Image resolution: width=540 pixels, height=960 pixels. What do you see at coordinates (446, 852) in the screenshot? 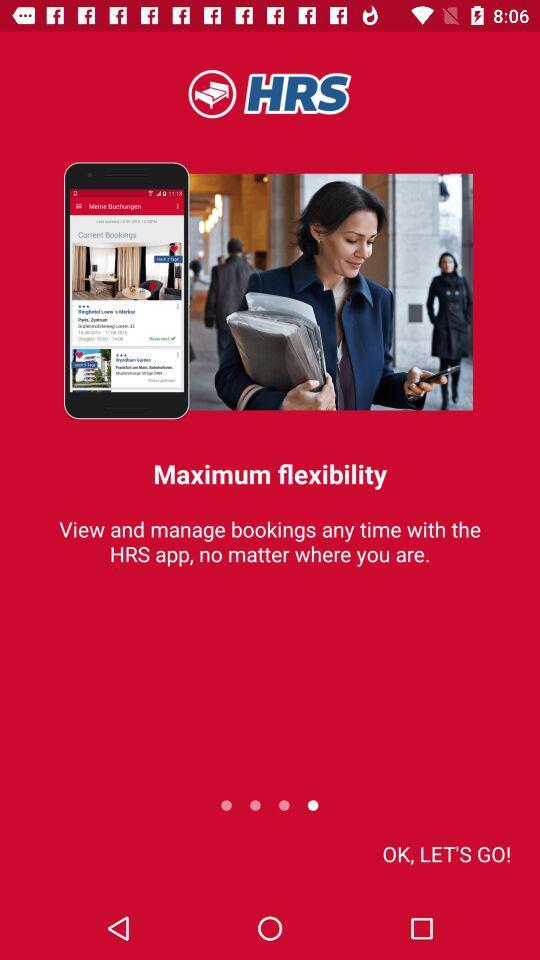
I see `the item at the bottom right corner` at bounding box center [446, 852].